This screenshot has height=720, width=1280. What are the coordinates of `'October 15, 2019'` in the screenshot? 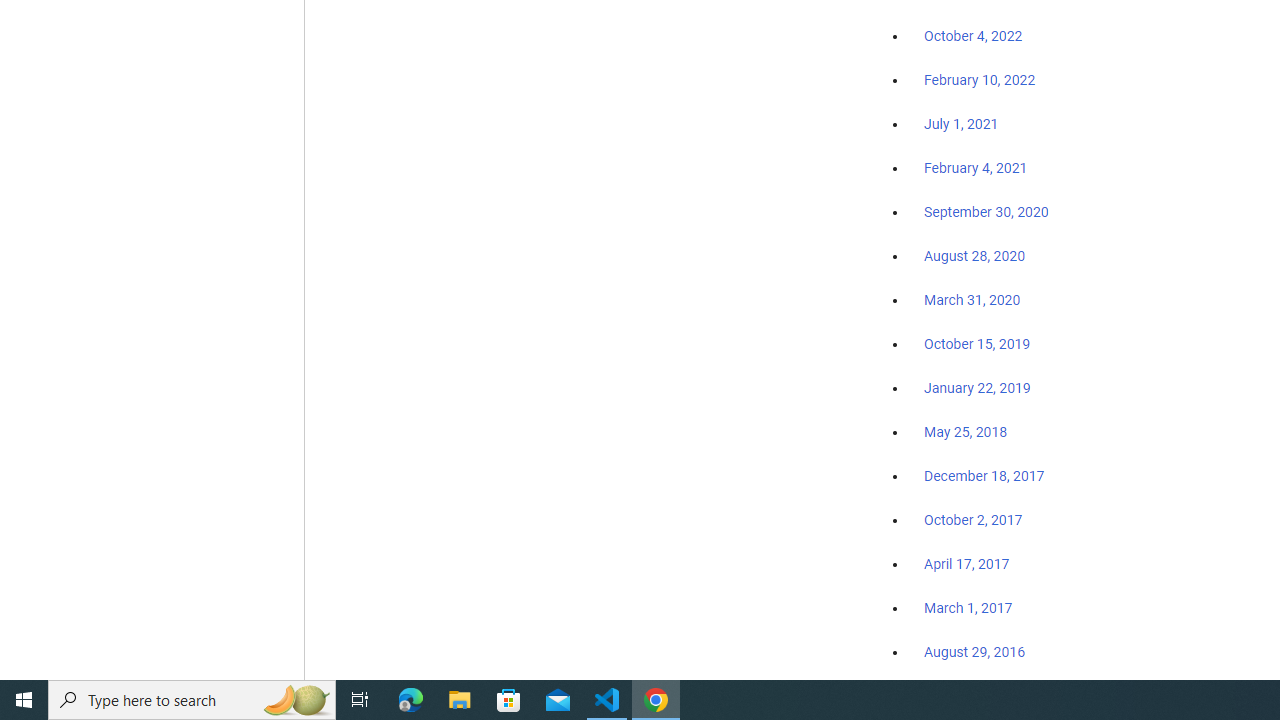 It's located at (977, 342).